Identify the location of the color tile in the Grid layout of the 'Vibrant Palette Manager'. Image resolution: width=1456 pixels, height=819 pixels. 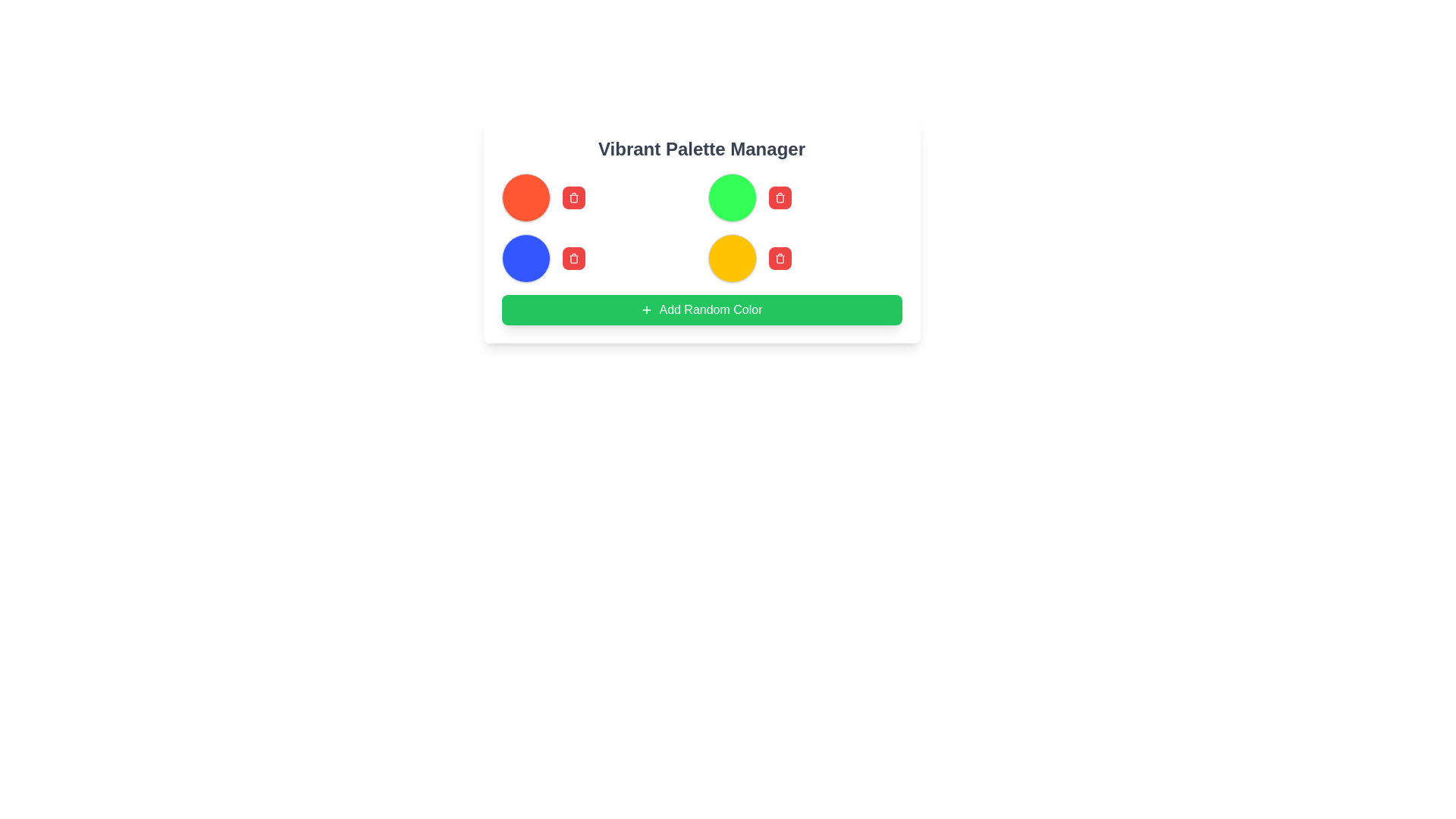
(701, 227).